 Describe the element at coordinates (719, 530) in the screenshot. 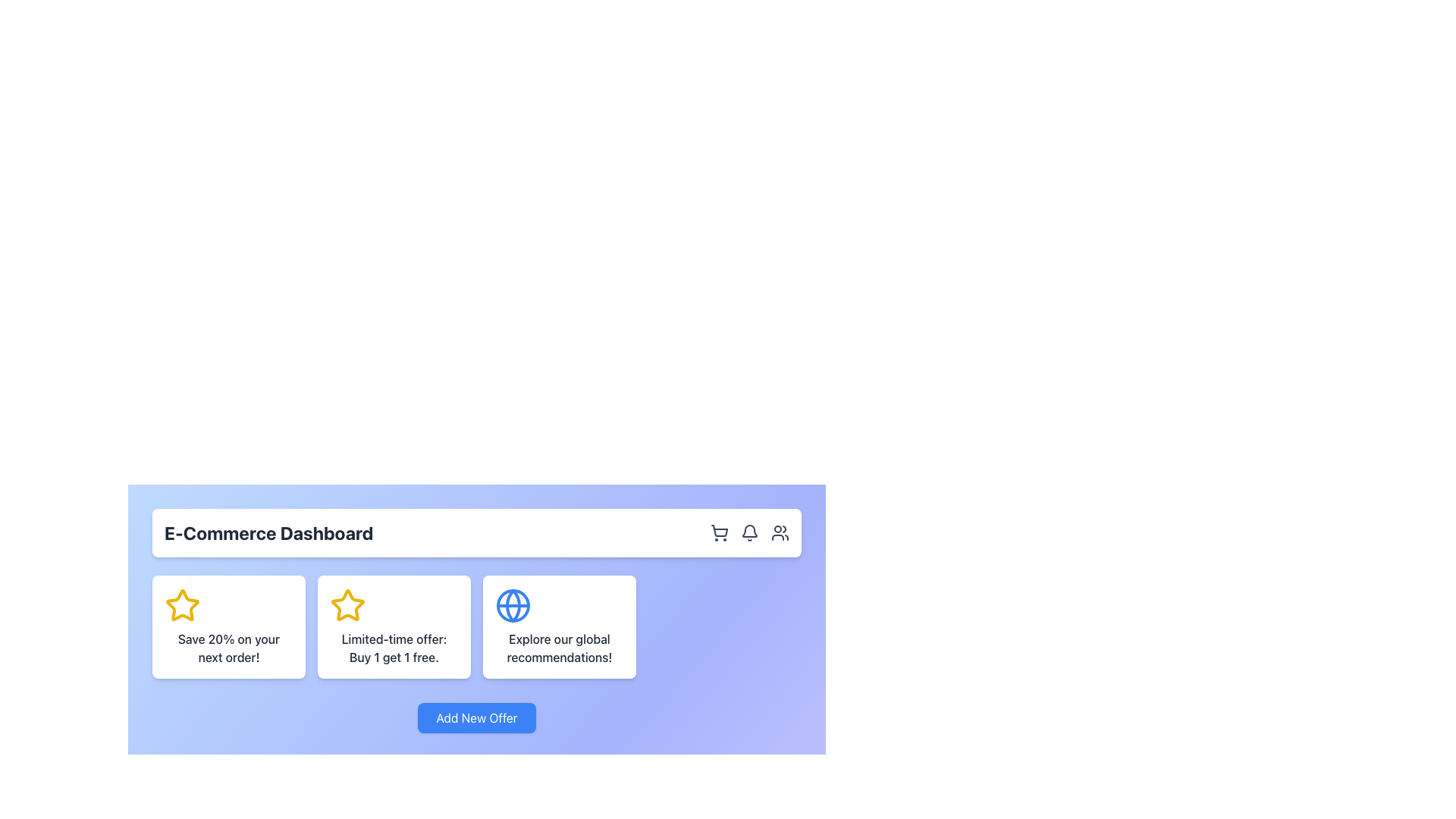

I see `the shopping cart icon located in the top-right corner of the interface, to the left of the notification bell and user profile icons` at that location.